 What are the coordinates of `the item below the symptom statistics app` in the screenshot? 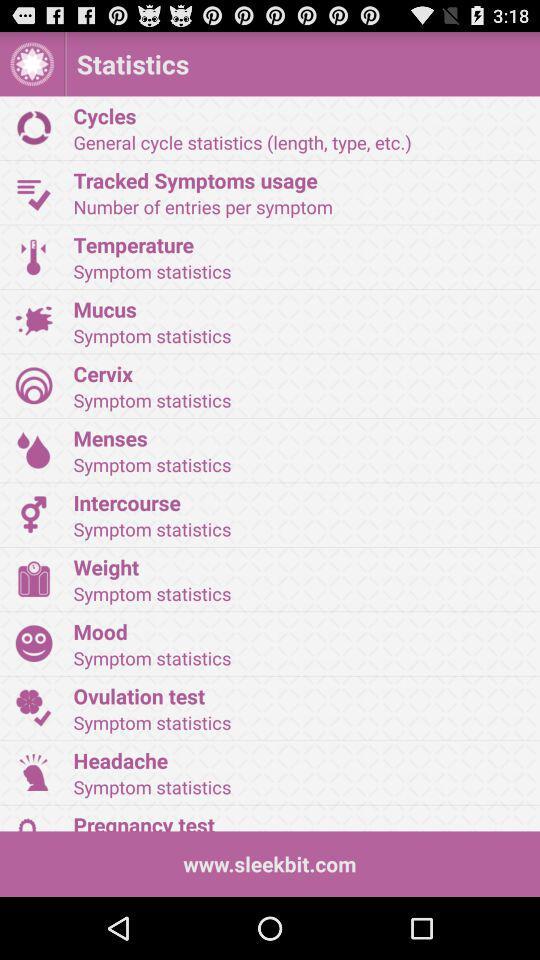 It's located at (299, 372).